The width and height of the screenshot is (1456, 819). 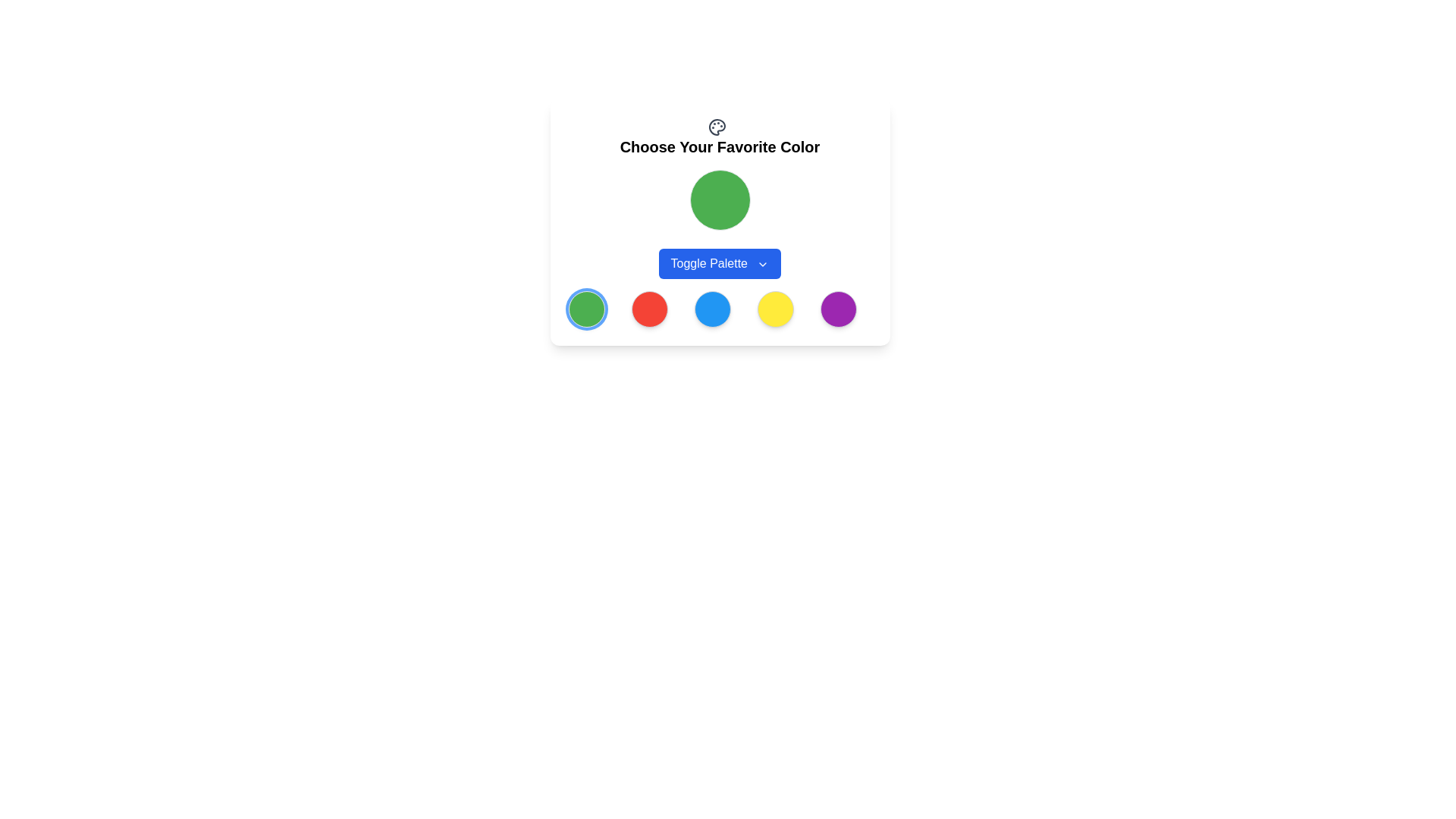 What do you see at coordinates (763, 263) in the screenshot?
I see `the 'Toggle Palette' button which contains a small downward-pointing chevron icon to the right of the text` at bounding box center [763, 263].